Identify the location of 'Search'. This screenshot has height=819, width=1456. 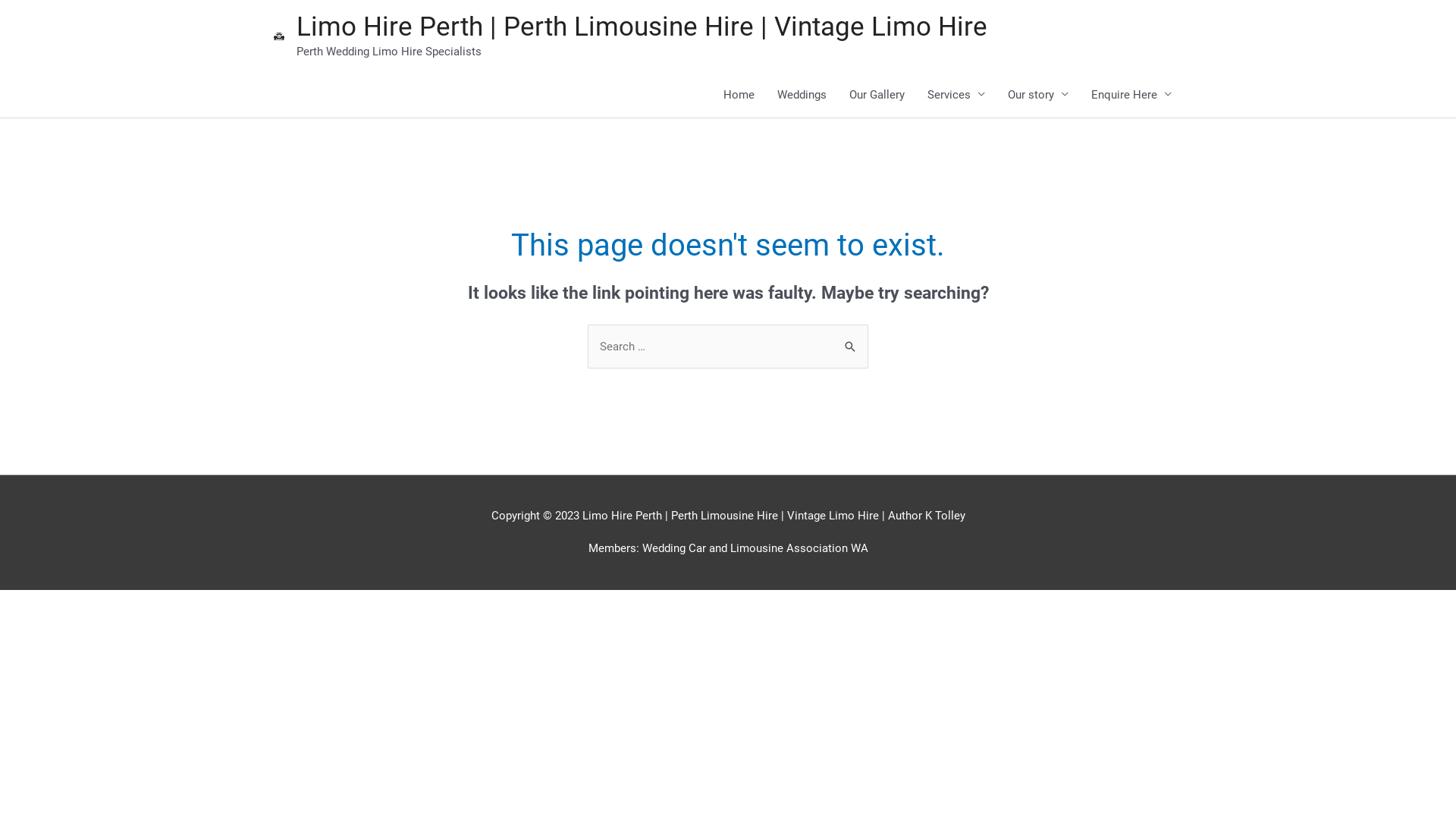
(851, 339).